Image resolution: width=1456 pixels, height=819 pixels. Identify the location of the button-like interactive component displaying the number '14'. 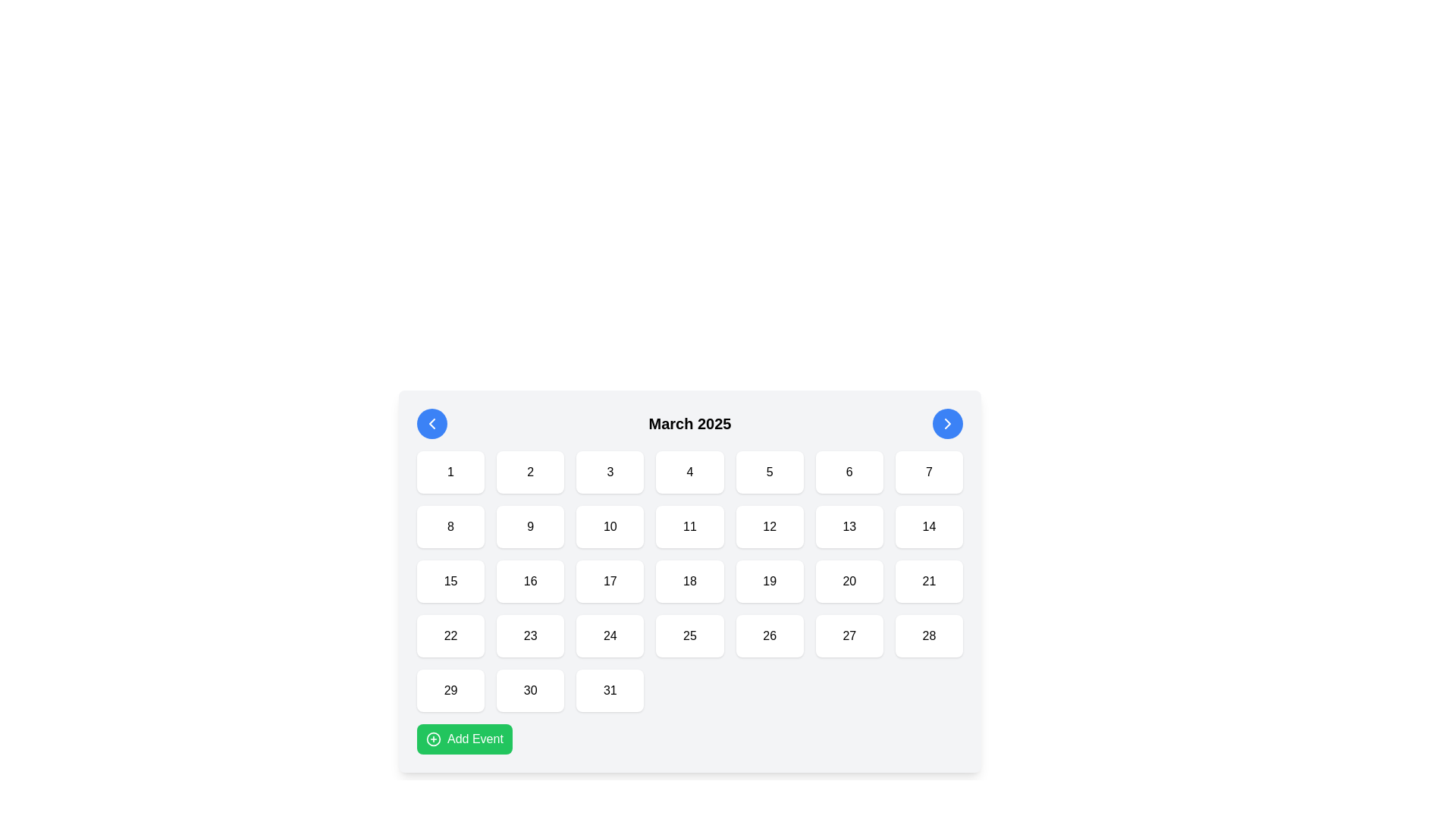
(928, 526).